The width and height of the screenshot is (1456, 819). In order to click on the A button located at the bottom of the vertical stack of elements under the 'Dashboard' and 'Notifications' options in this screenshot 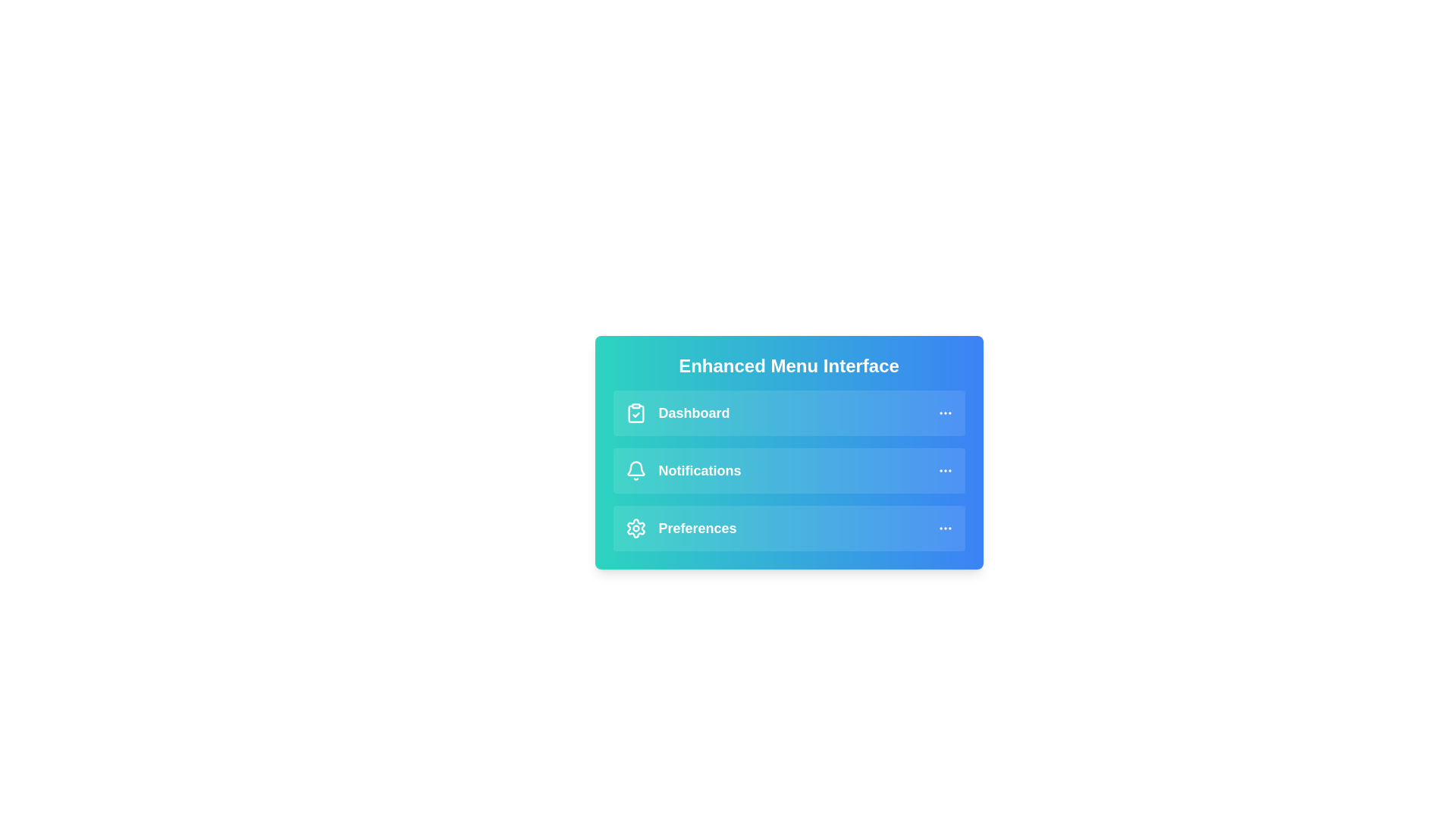, I will do `click(789, 528)`.